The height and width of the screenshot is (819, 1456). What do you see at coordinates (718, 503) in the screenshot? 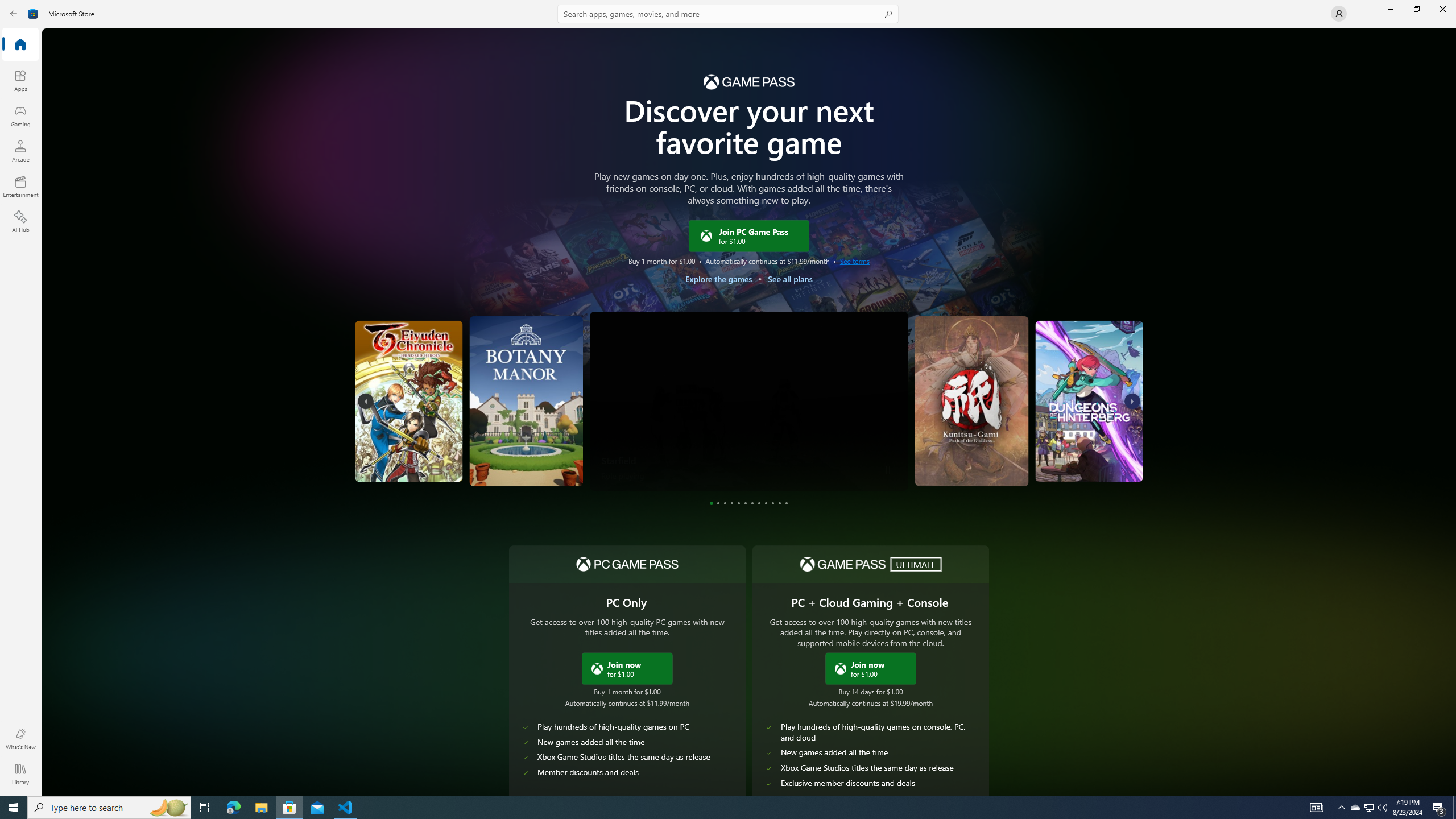
I see `'Page 2'` at bounding box center [718, 503].